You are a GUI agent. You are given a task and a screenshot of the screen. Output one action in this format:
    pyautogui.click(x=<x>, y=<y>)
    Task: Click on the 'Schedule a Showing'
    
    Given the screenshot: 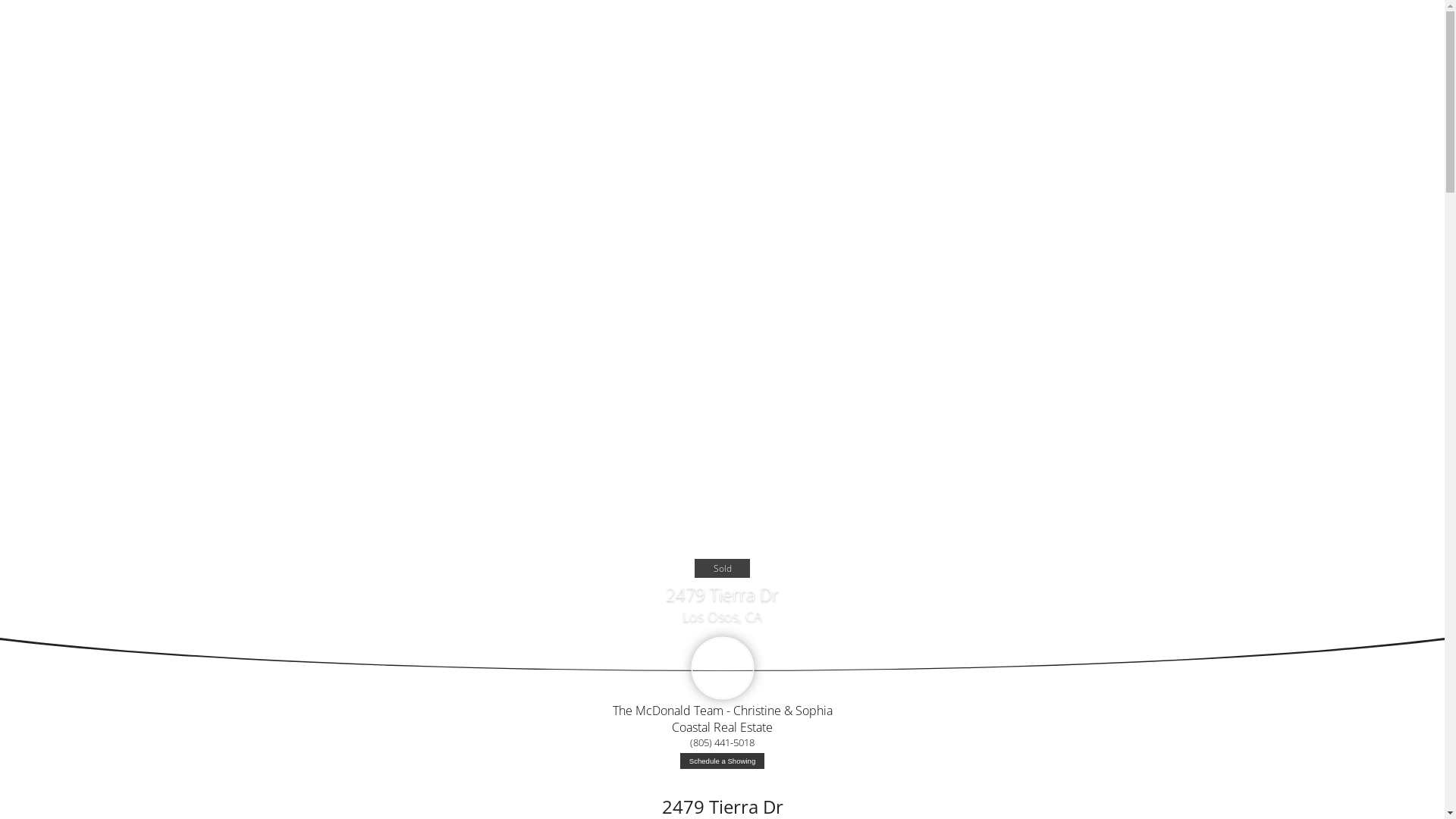 What is the action you would take?
    pyautogui.click(x=721, y=761)
    